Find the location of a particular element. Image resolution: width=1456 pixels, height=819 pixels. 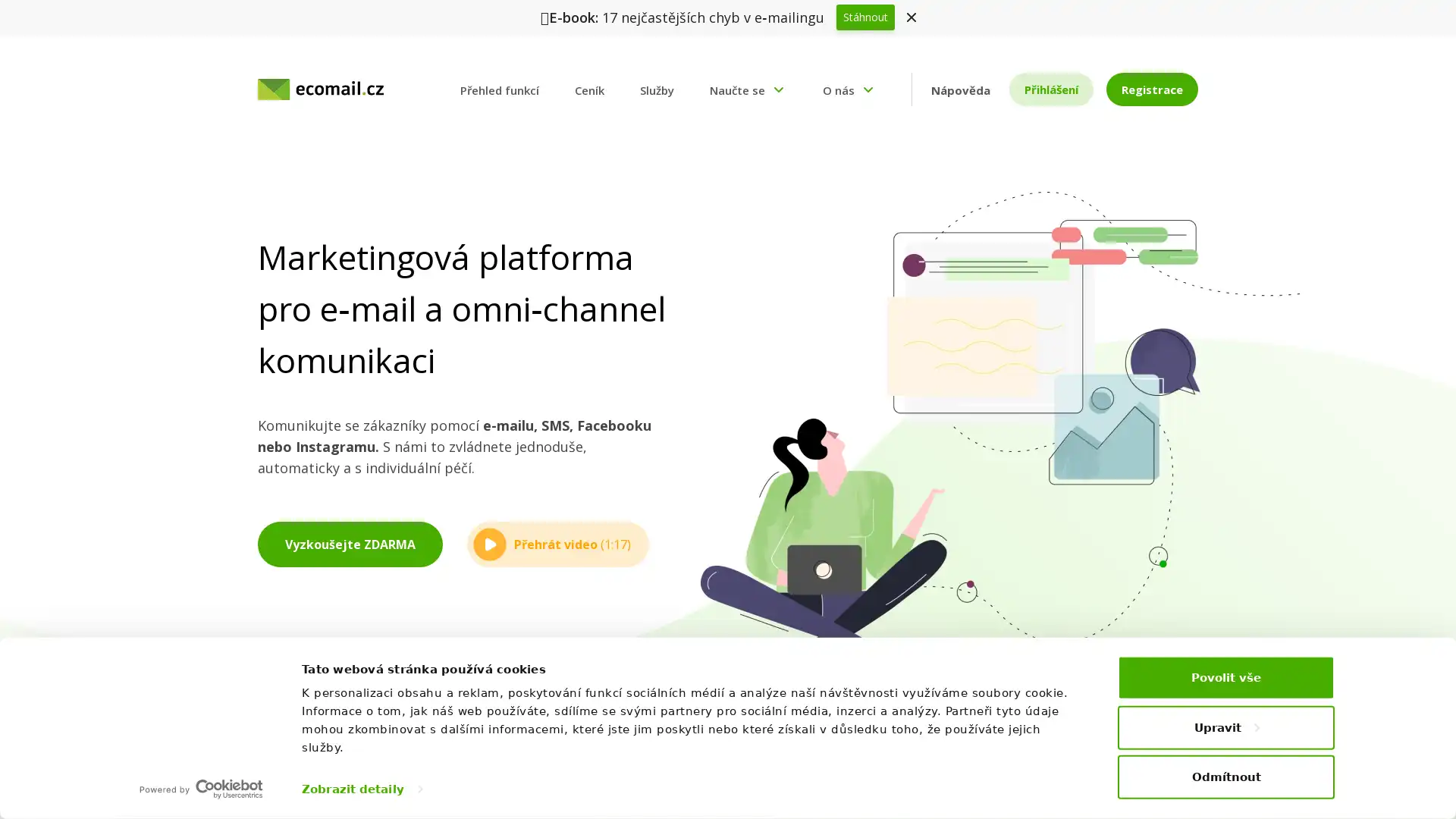

Open Intercom Messenger is located at coordinates (1417, 780).